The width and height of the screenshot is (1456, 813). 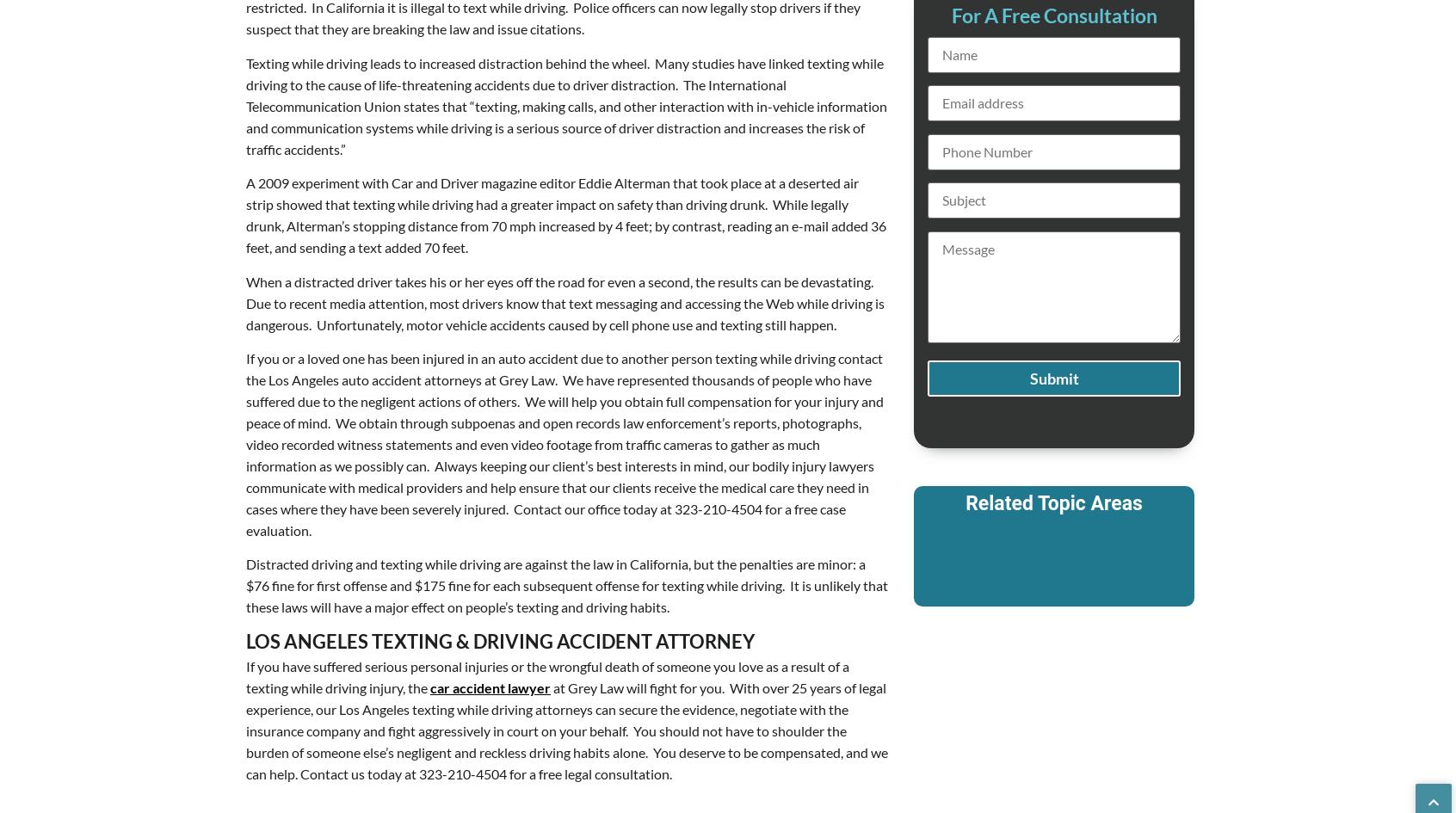 What do you see at coordinates (244, 301) in the screenshot?
I see `'When a distracted driver takes his or her eyes off the road for even a second, the results can be devastating.  Due to recent media attention, most drivers know that text messaging and accessing the Web while driving is dangerous.  Unfortunately, motor vehicle accidents caused by cell phone use and texting still happen.'` at bounding box center [244, 301].